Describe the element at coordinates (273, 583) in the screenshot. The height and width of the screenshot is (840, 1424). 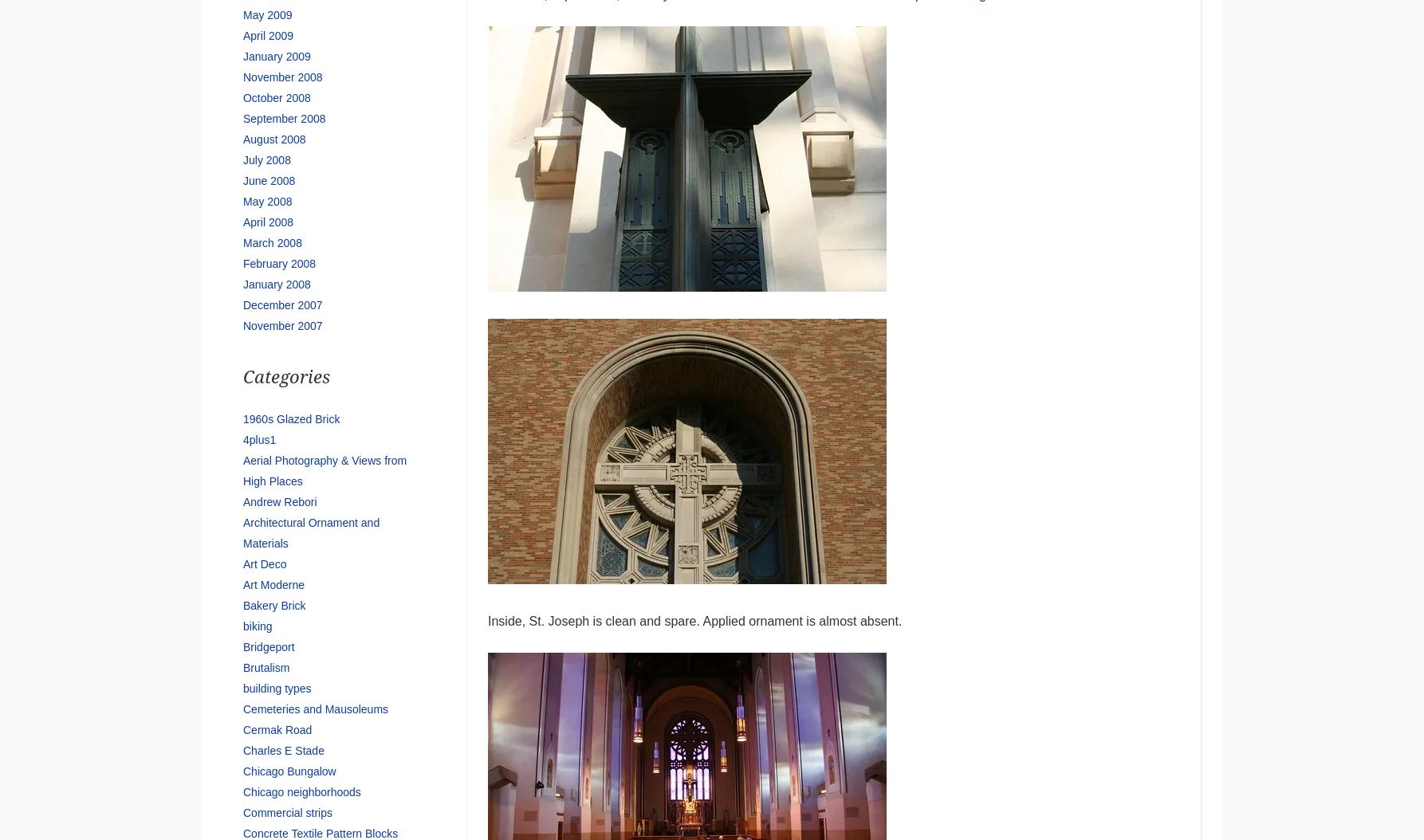
I see `'Art Moderne'` at that location.